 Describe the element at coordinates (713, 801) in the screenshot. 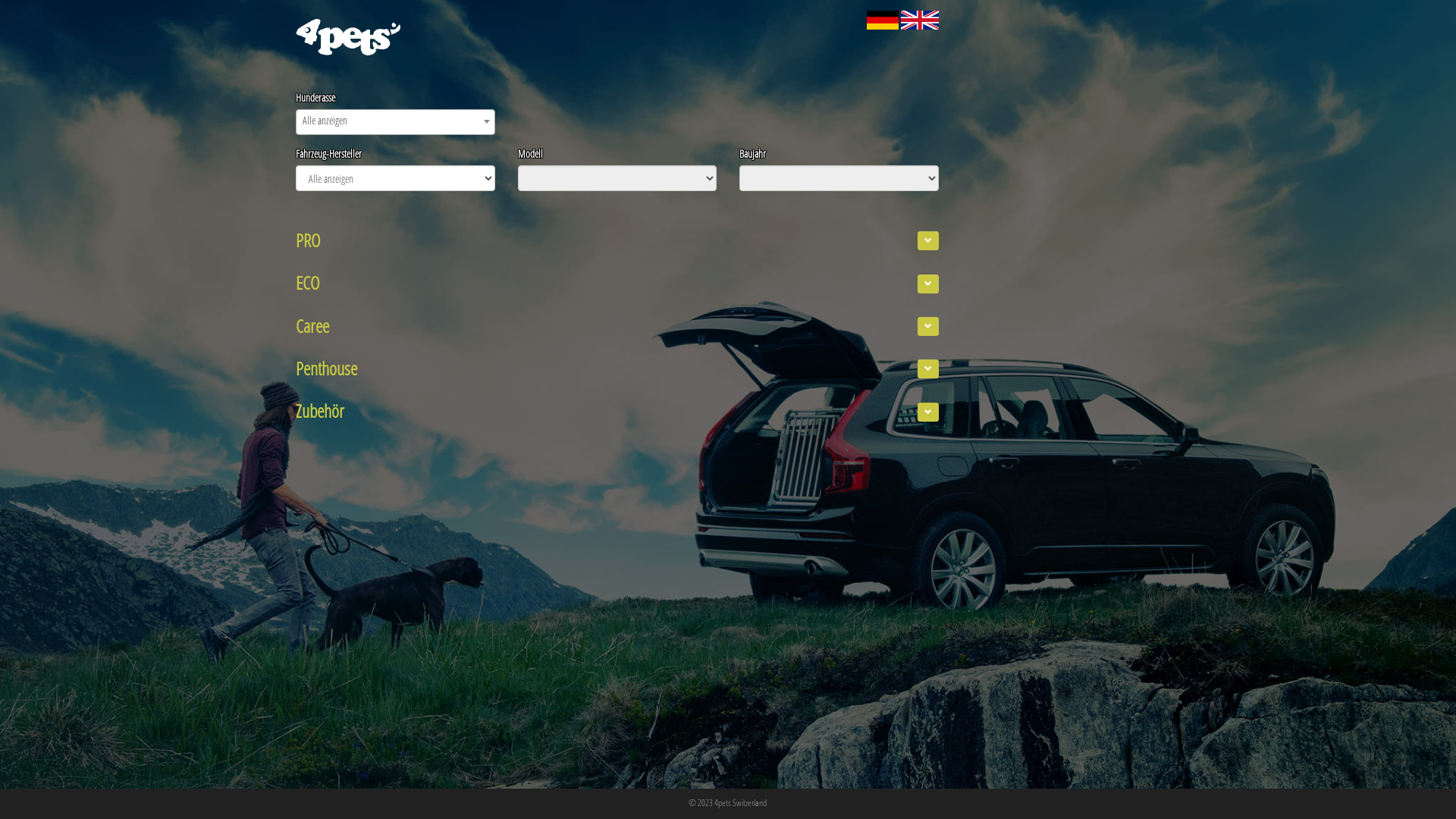

I see `'4pets Switzerland'` at that location.